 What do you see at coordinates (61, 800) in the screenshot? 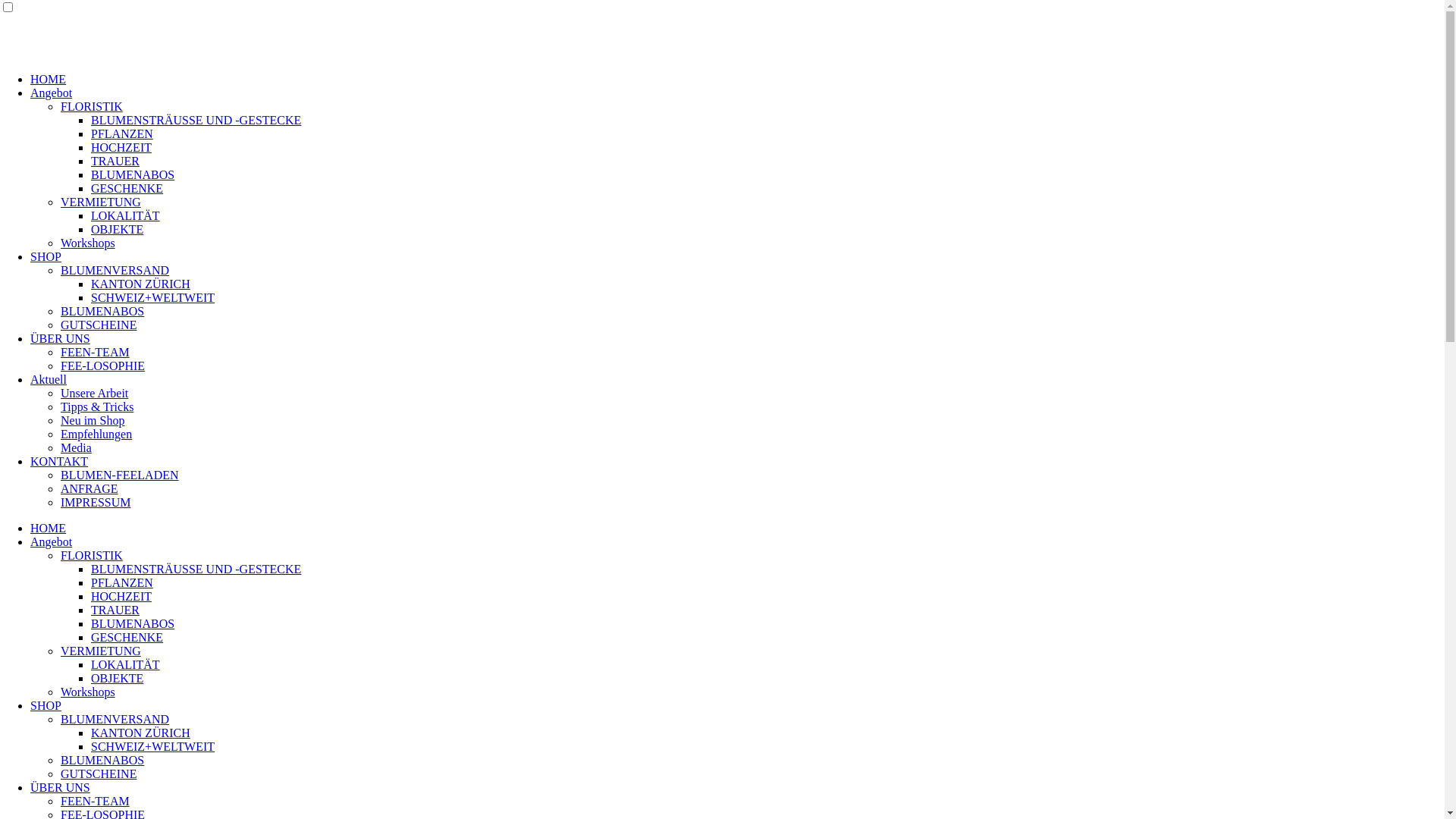
I see `'FEEN-TEAM'` at bounding box center [61, 800].